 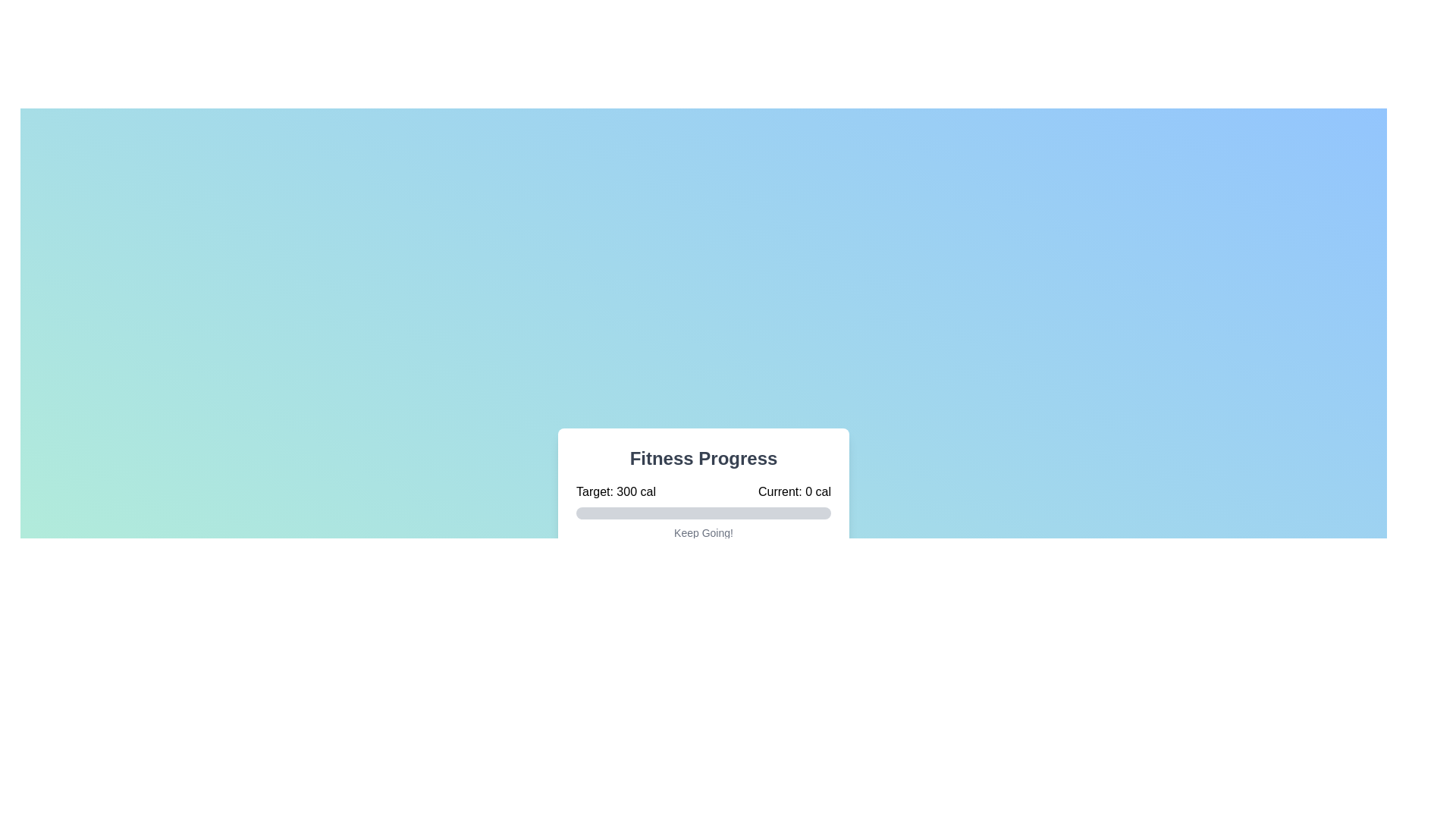 What do you see at coordinates (793, 491) in the screenshot?
I see `the 'Current' calorie count text label in the 'Fitness Progress' card, which displays the user's current calorie count` at bounding box center [793, 491].